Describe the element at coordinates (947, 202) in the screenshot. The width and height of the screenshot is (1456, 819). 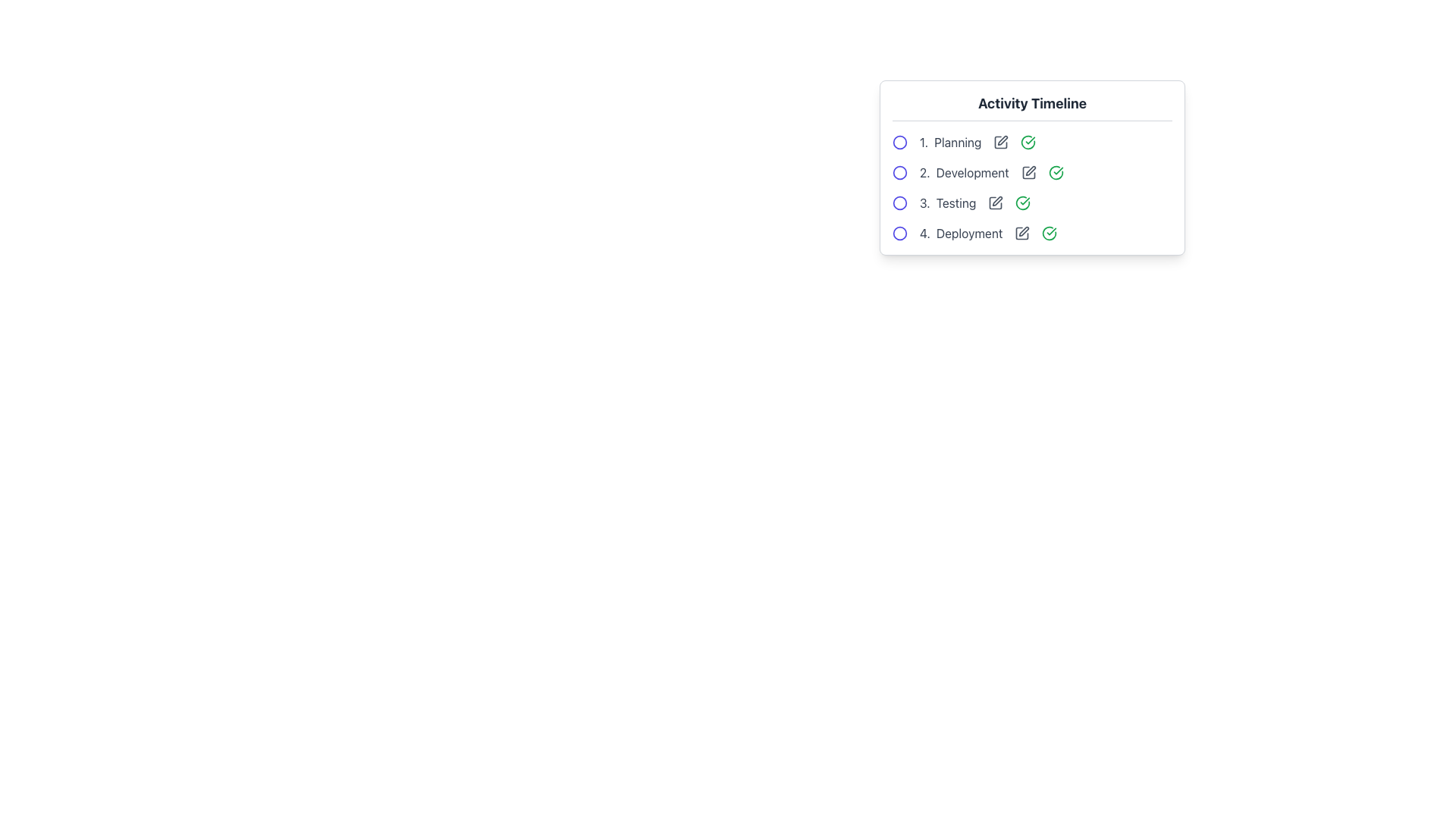
I see `the Text Label '3. Testing', which is styled in gray and represents a step in the Activity Timeline` at that location.